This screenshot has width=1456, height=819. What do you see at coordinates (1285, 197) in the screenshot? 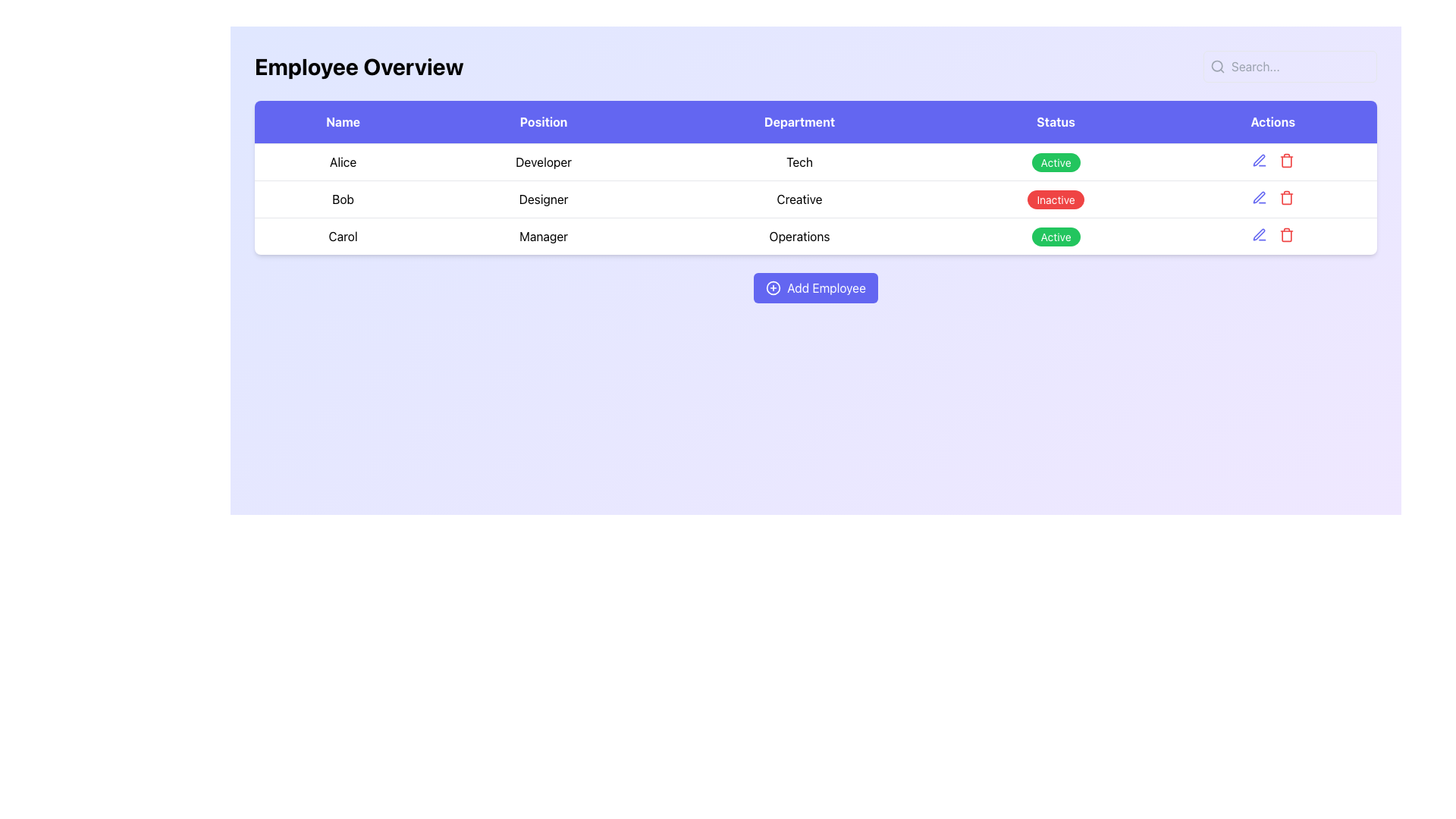
I see `the red-colored trash can icon for deletion located in the 'Actions' column of the second row item 'Bob' to observe additional visual feedback` at bounding box center [1285, 197].